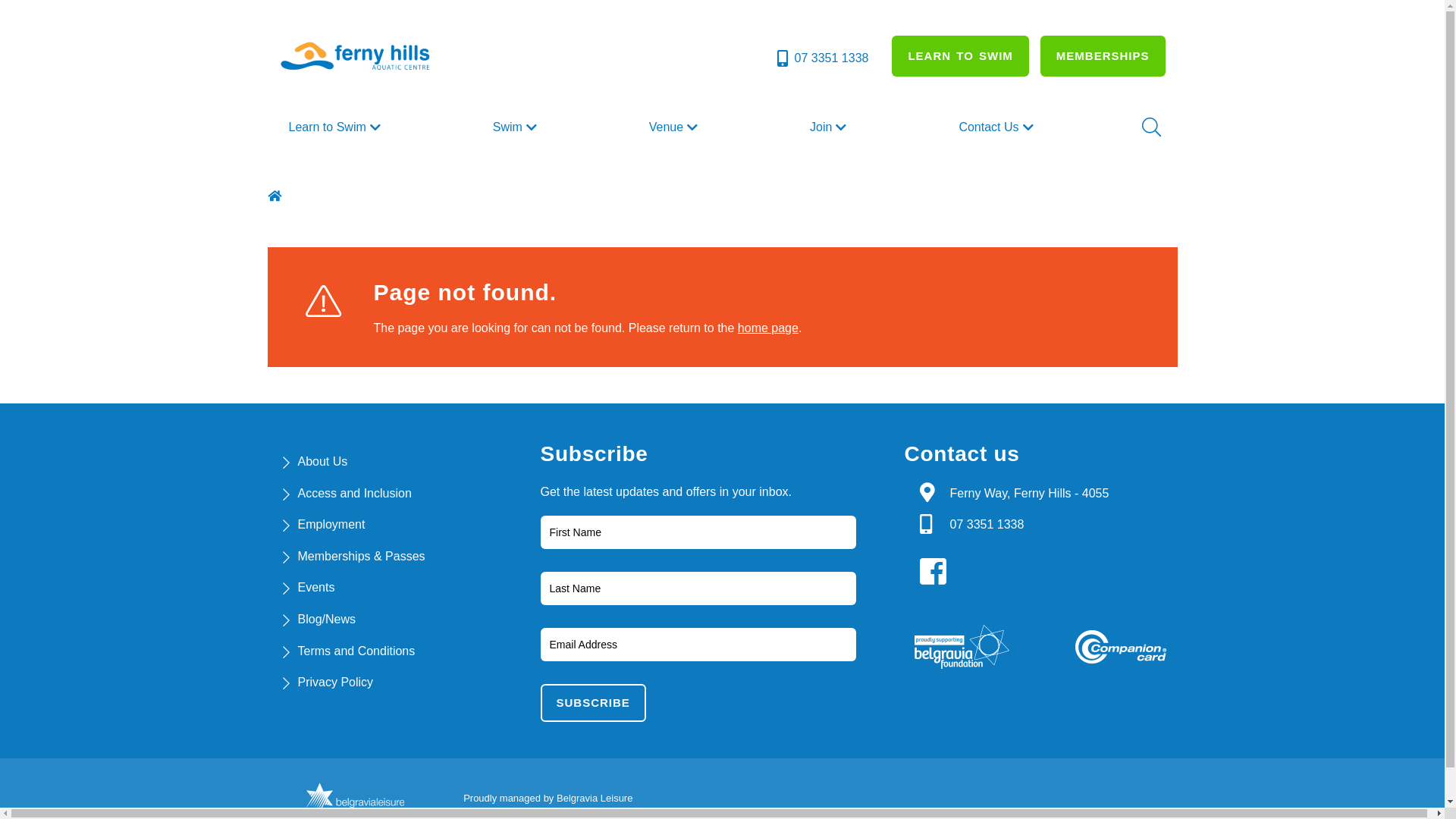 Image resolution: width=1456 pixels, height=819 pixels. I want to click on 'Terms and Conditions', so click(355, 650).